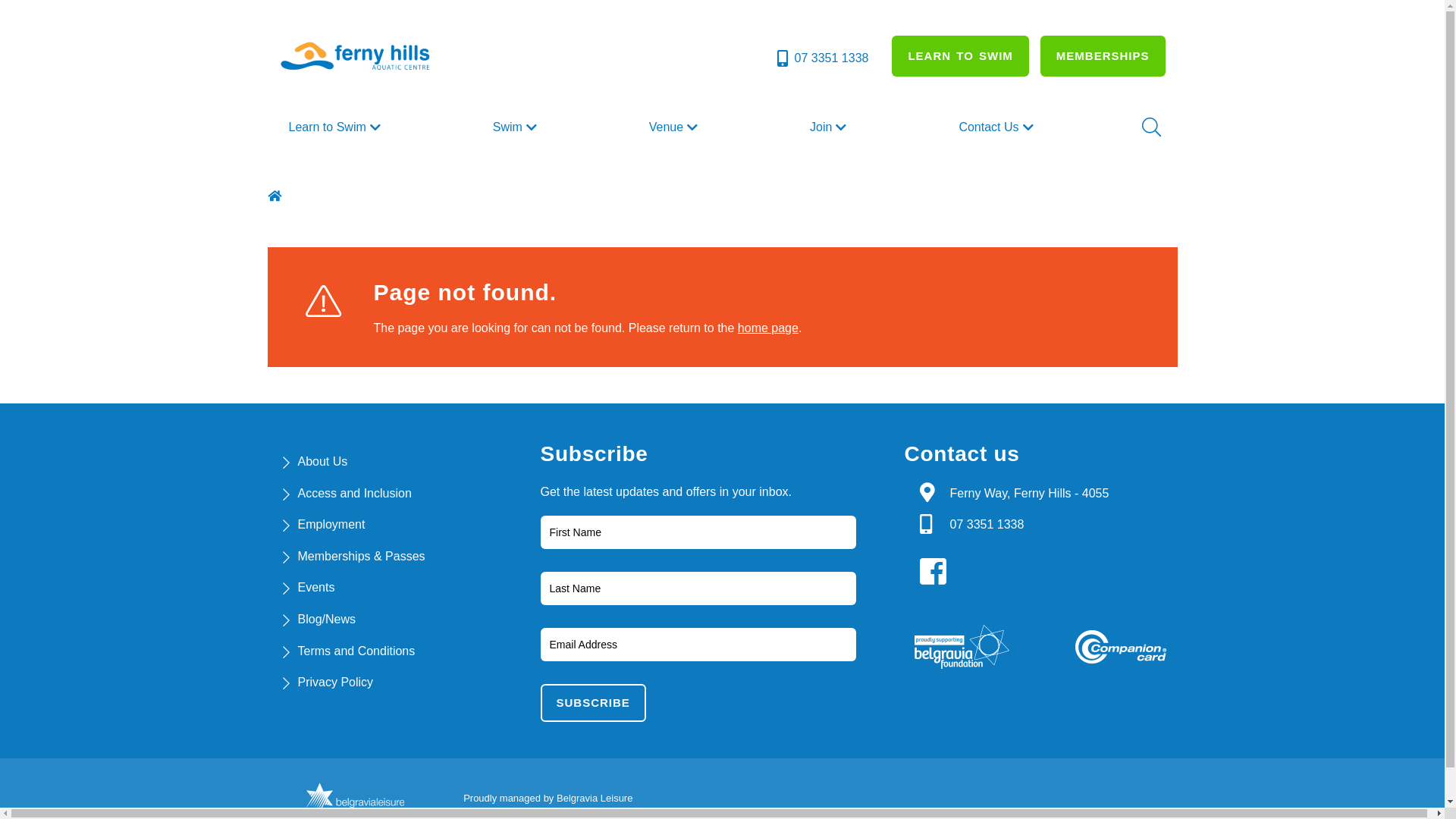 Image resolution: width=1456 pixels, height=819 pixels. I want to click on 'Terms and Conditions', so click(355, 650).